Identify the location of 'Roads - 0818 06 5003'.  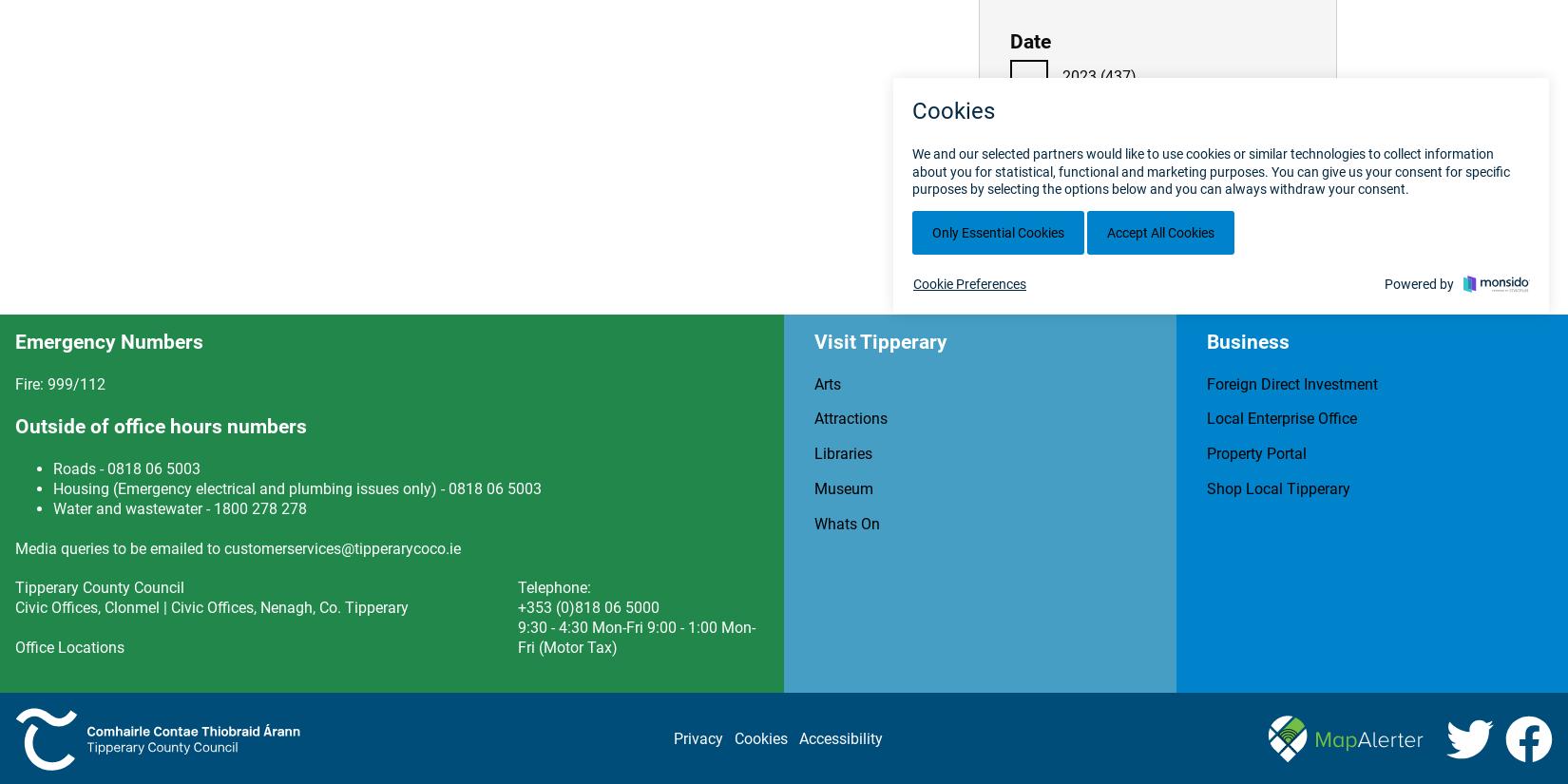
(126, 468).